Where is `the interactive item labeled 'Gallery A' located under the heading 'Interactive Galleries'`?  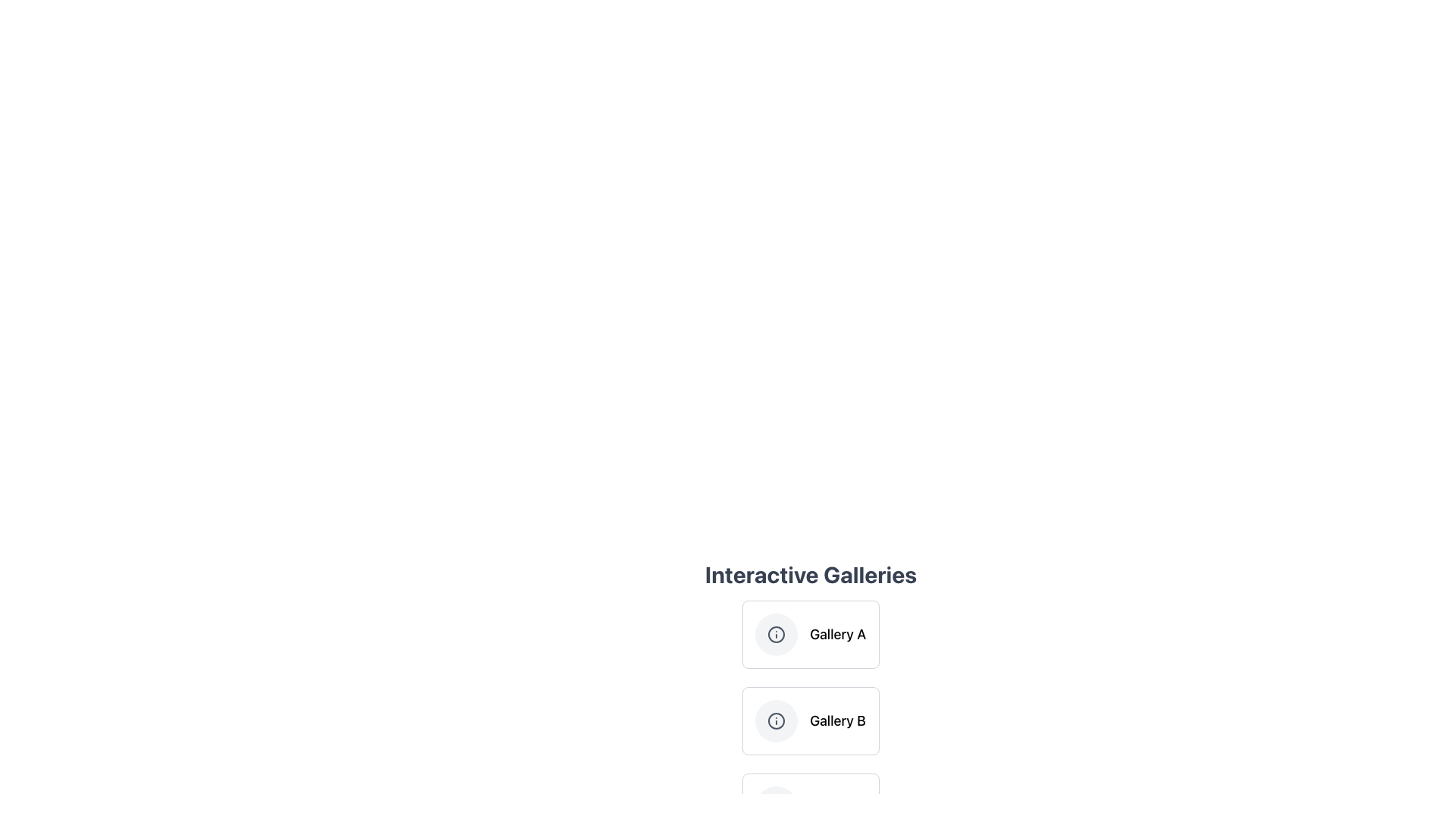 the interactive item labeled 'Gallery A' located under the heading 'Interactive Galleries' is located at coordinates (810, 635).